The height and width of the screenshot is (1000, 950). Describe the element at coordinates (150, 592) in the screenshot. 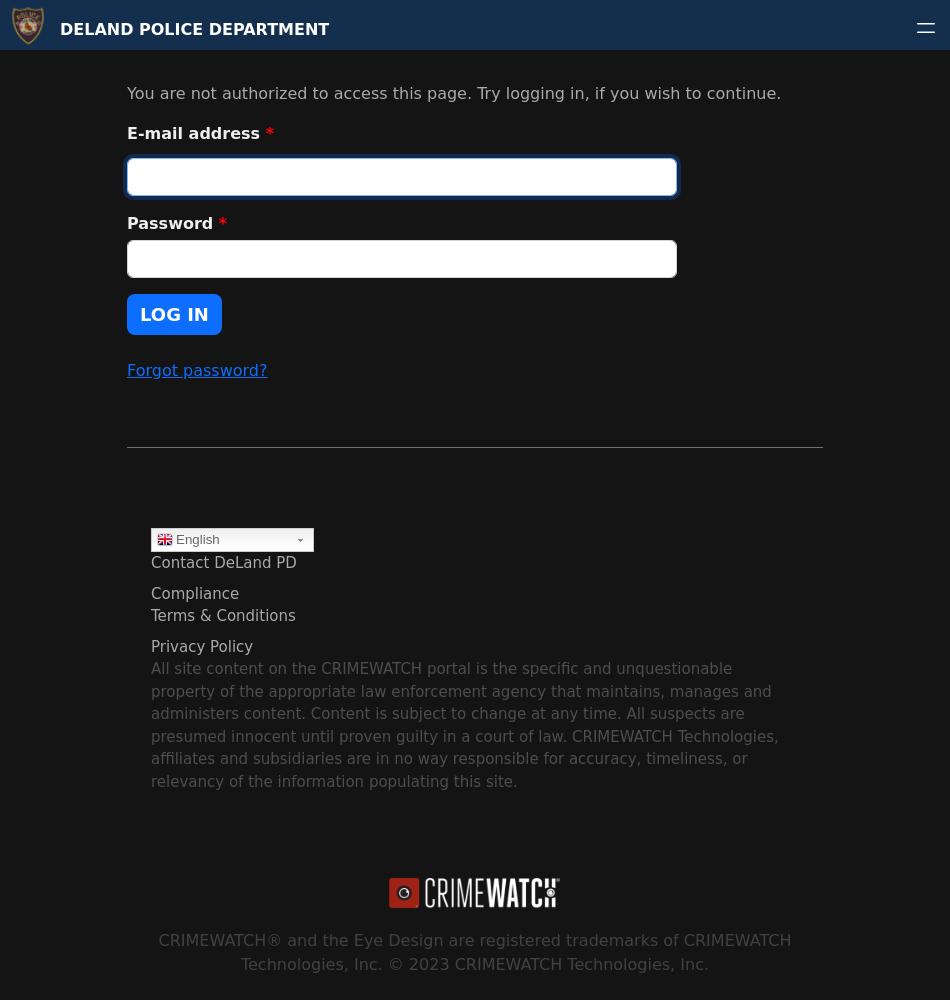

I see `'Compliance'` at that location.